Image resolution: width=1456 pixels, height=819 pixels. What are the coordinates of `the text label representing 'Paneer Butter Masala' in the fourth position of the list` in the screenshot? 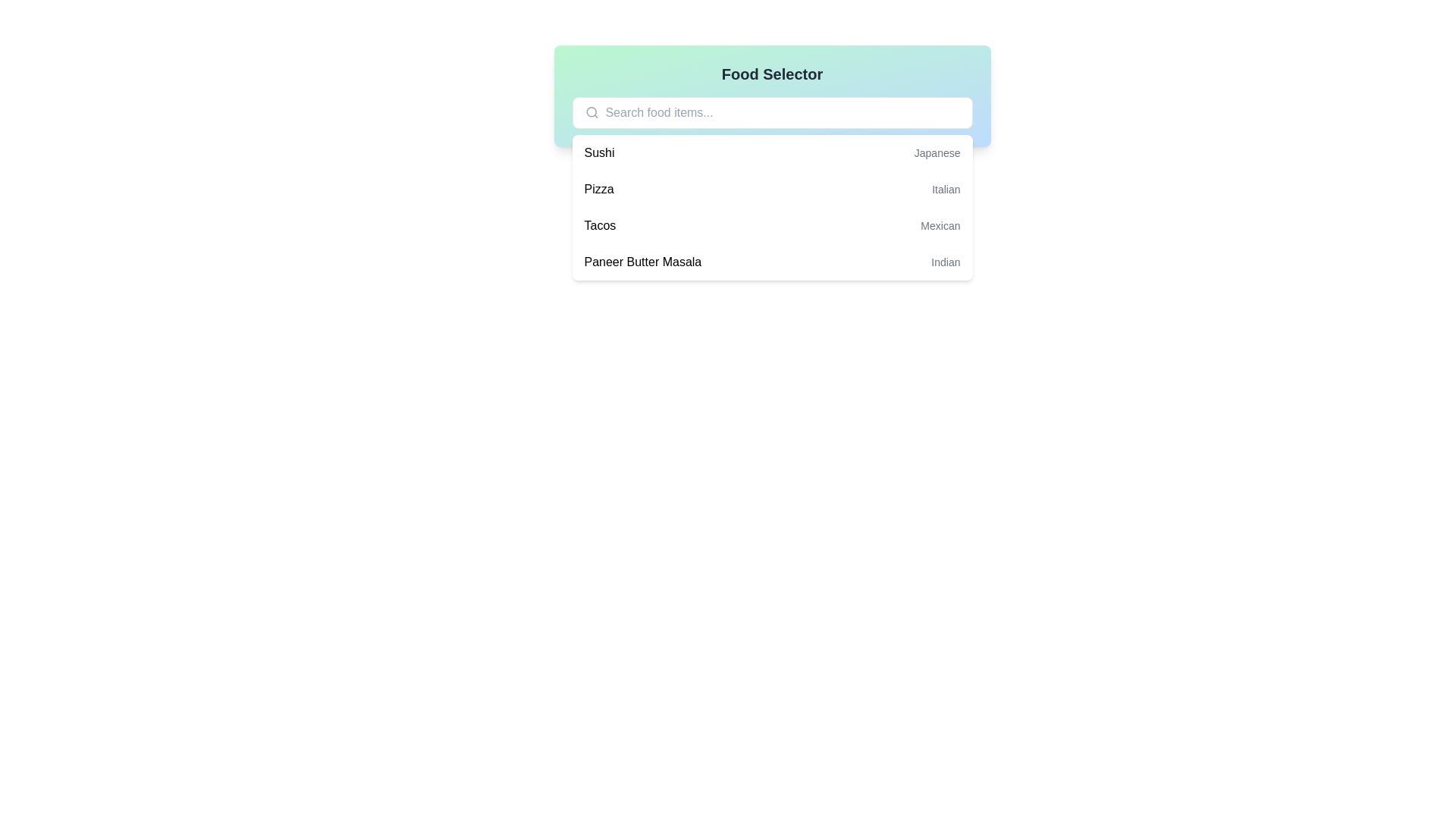 It's located at (642, 262).